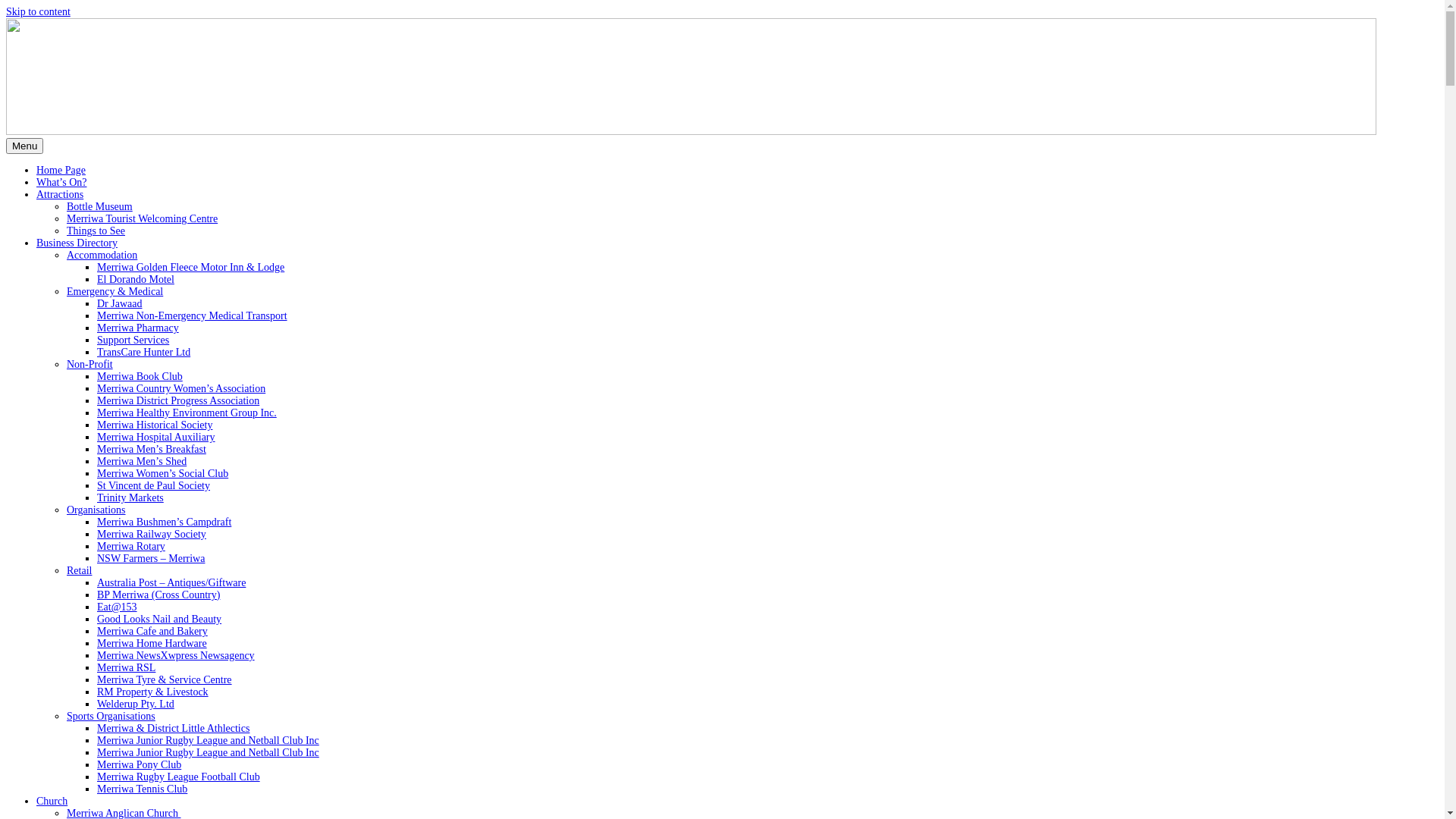 The width and height of the screenshot is (1456, 819). What do you see at coordinates (76, 242) in the screenshot?
I see `'Business Directory'` at bounding box center [76, 242].